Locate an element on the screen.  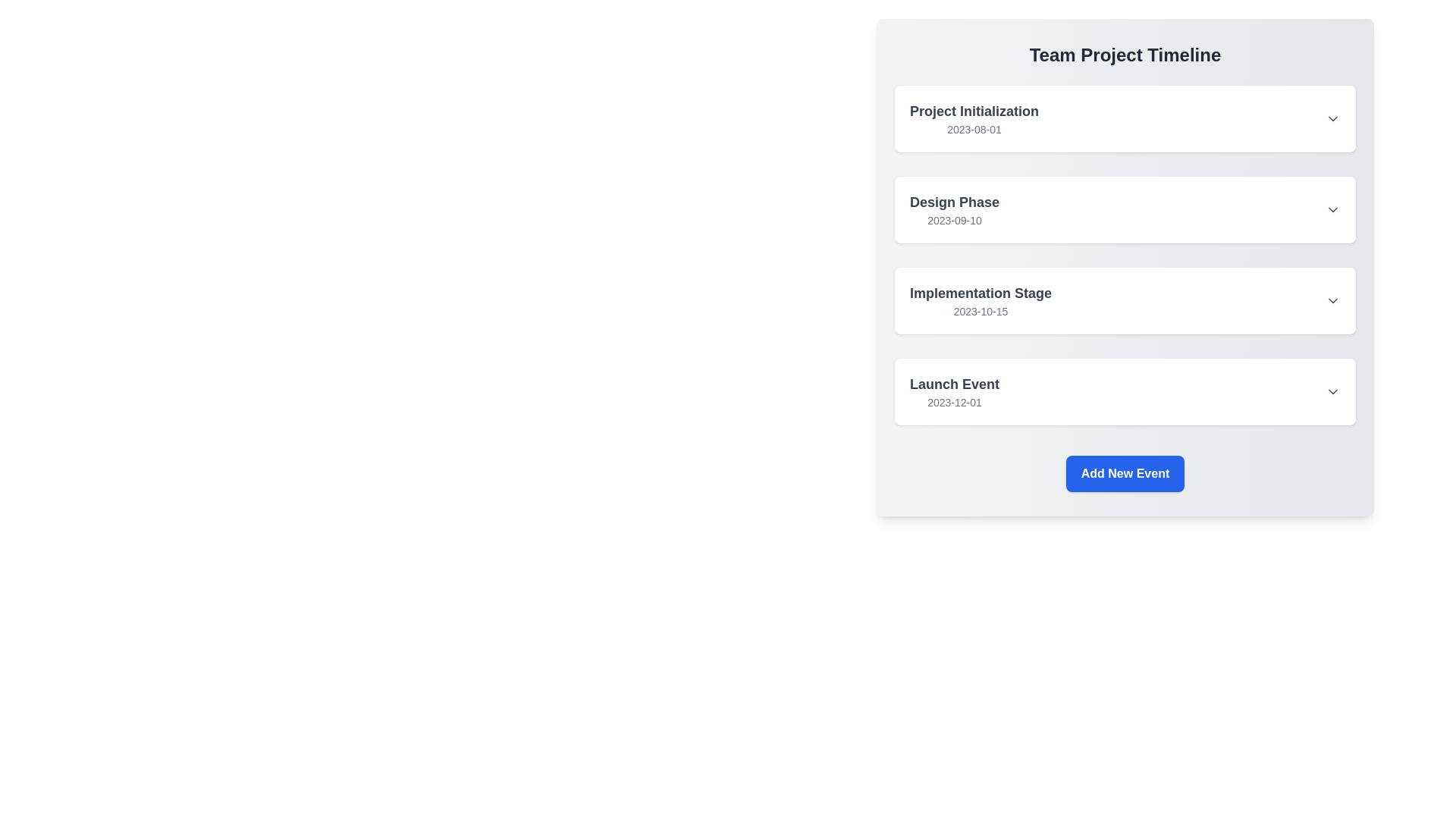
the 'Launch Event' list item, which is the fourth entry in the timeline is located at coordinates (1125, 391).